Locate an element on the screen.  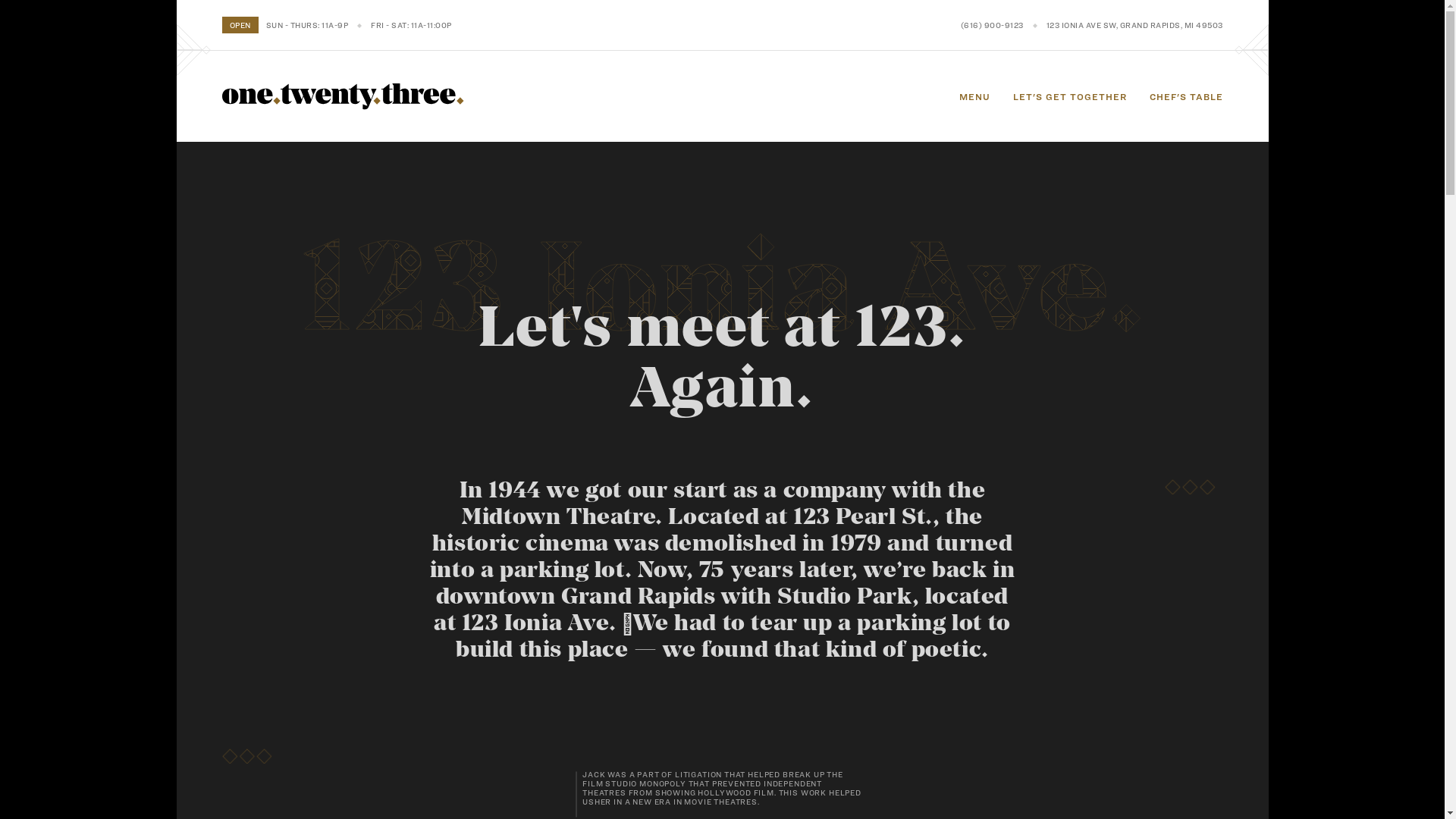
'123 IONIA AVE SW, GRAND RAPIDS, MI 49503' is located at coordinates (1046, 25).